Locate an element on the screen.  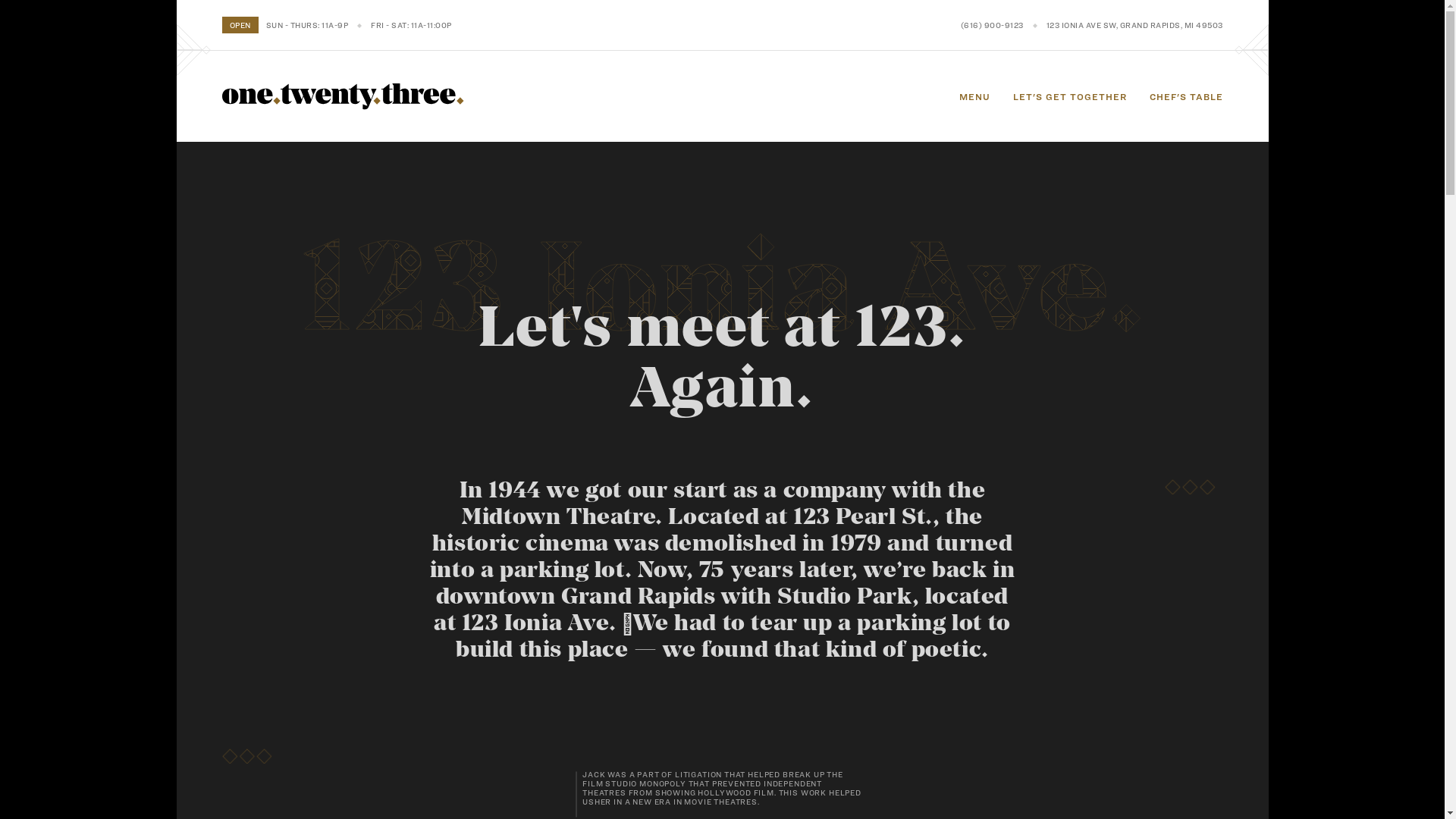
'123 IONIA AVE SW, GRAND RAPIDS, MI 49503' is located at coordinates (1046, 25).